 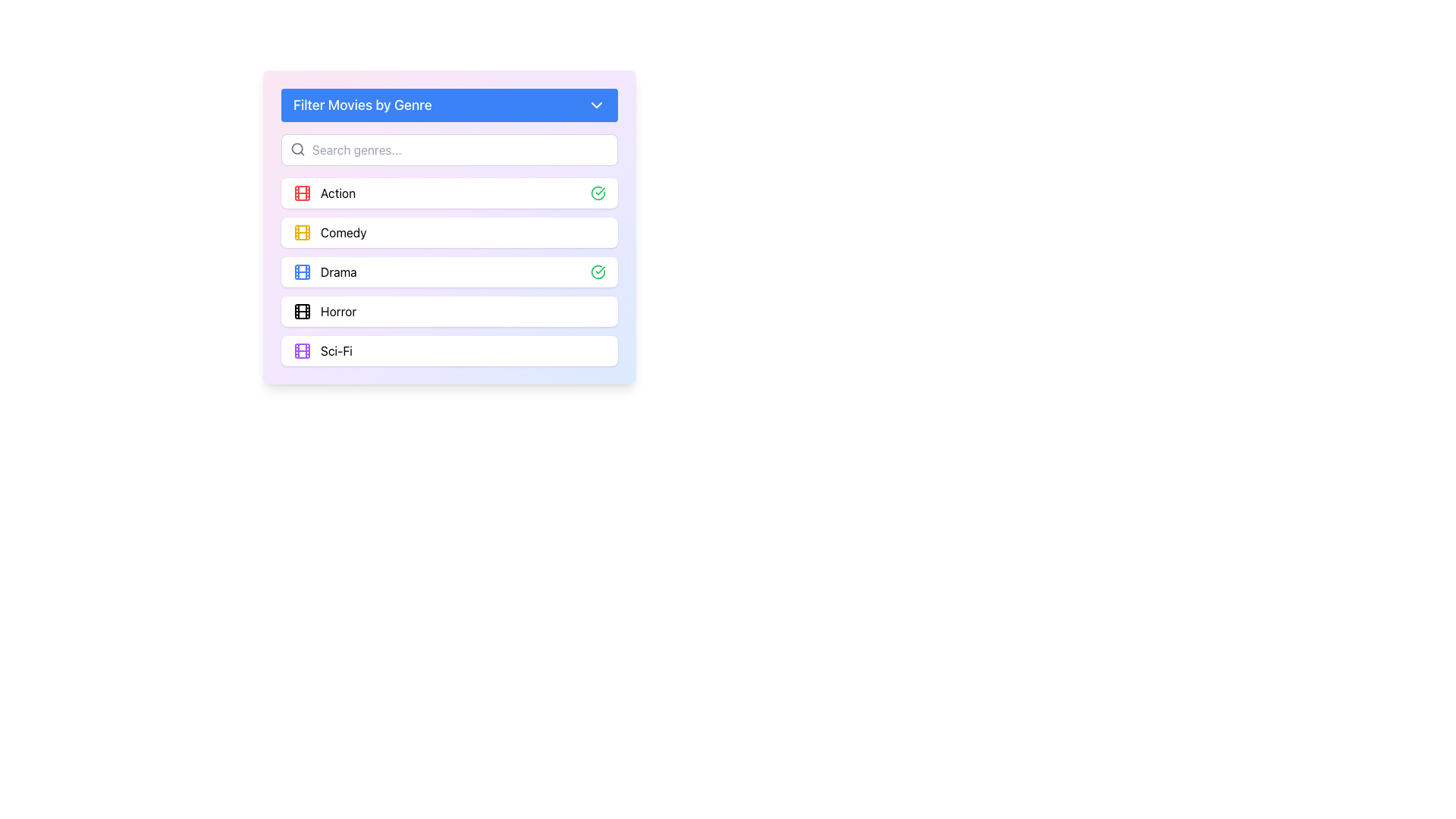 I want to click on the decorative rectangle that represents the film reel in the 'Action' genre section of the SVG icon, so click(x=302, y=192).